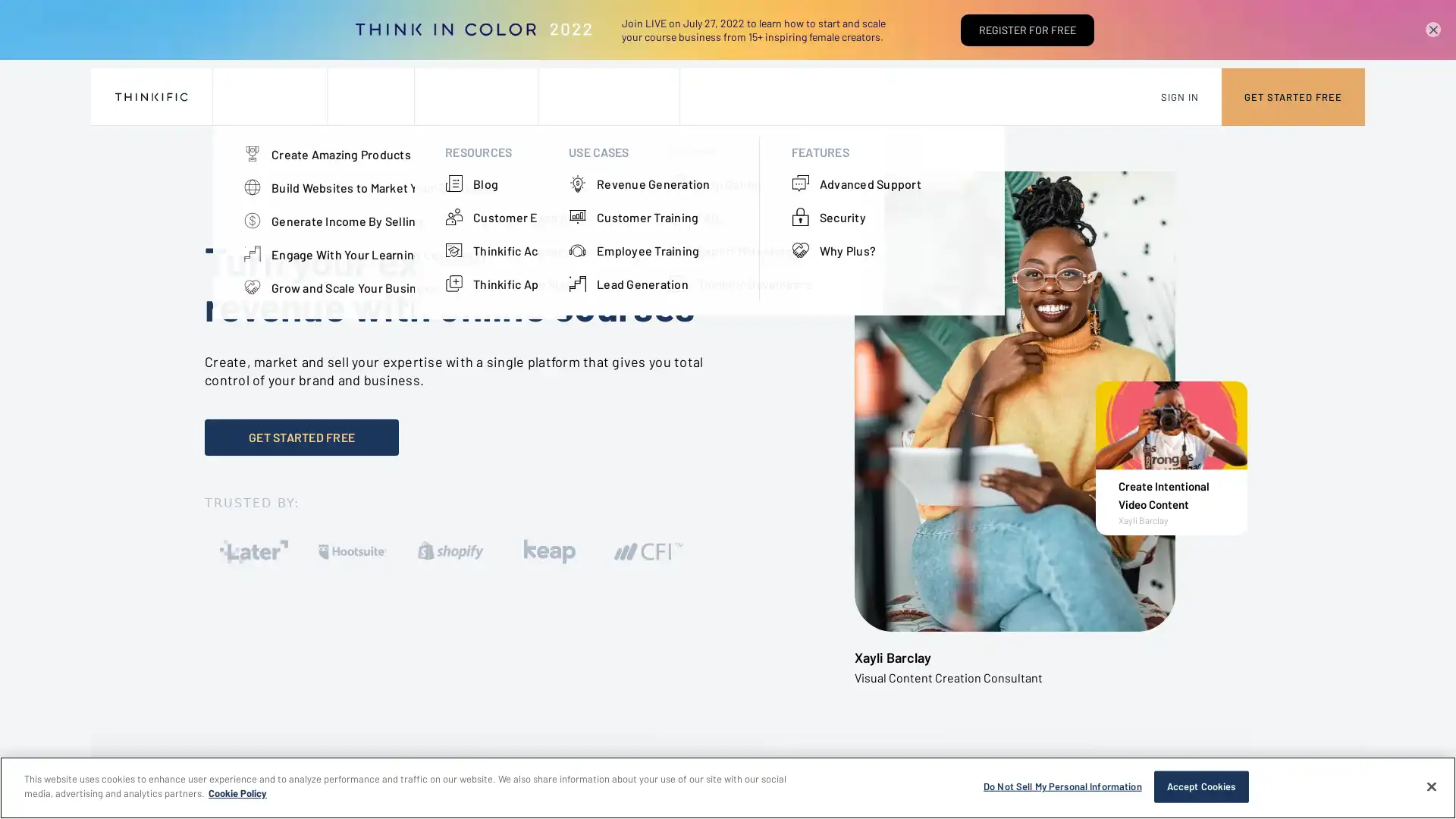  I want to click on Accept Cookies, so click(1200, 786).